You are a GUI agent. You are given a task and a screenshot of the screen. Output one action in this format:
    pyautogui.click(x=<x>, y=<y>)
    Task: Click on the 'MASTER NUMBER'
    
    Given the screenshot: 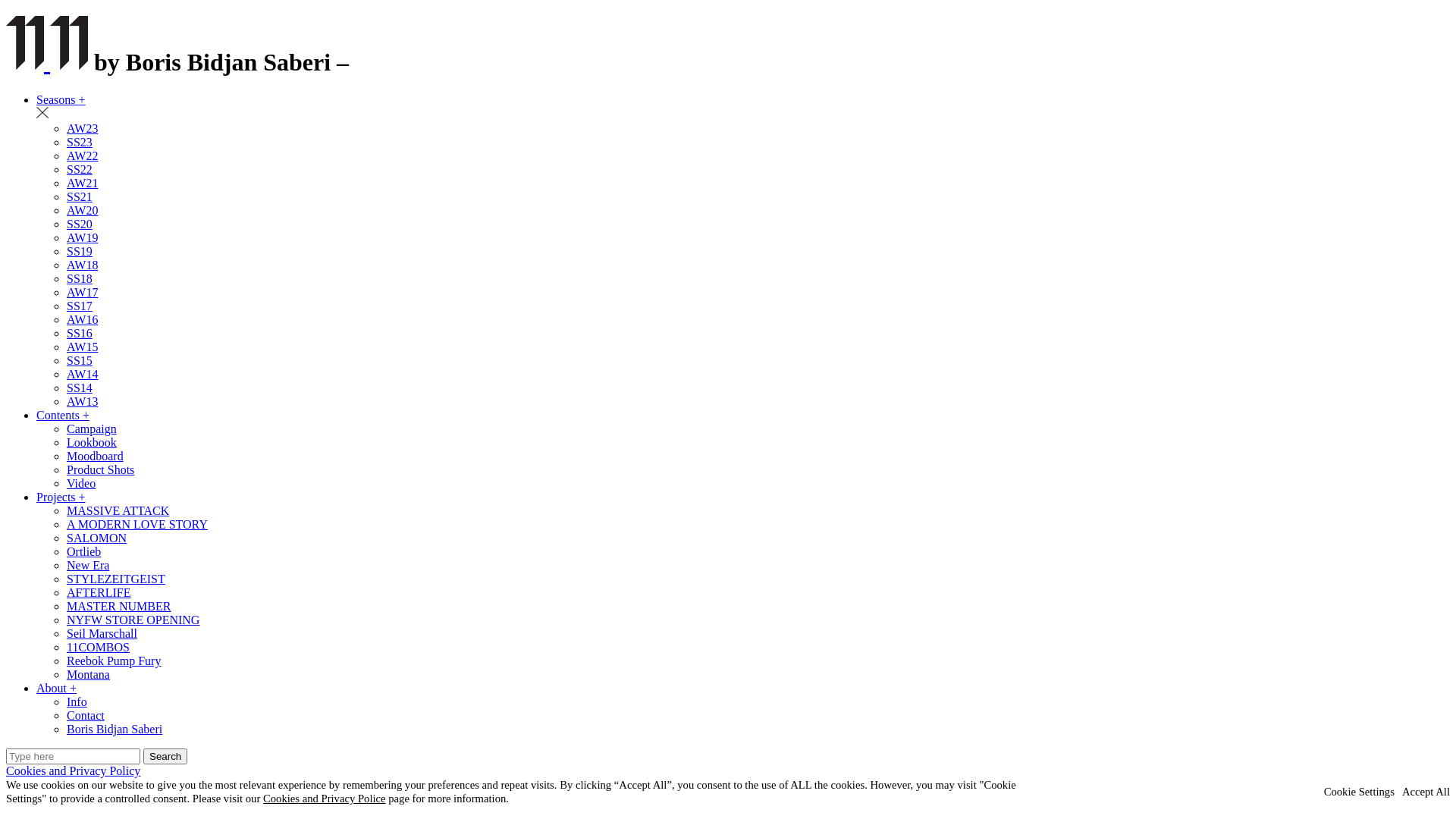 What is the action you would take?
    pyautogui.click(x=118, y=605)
    